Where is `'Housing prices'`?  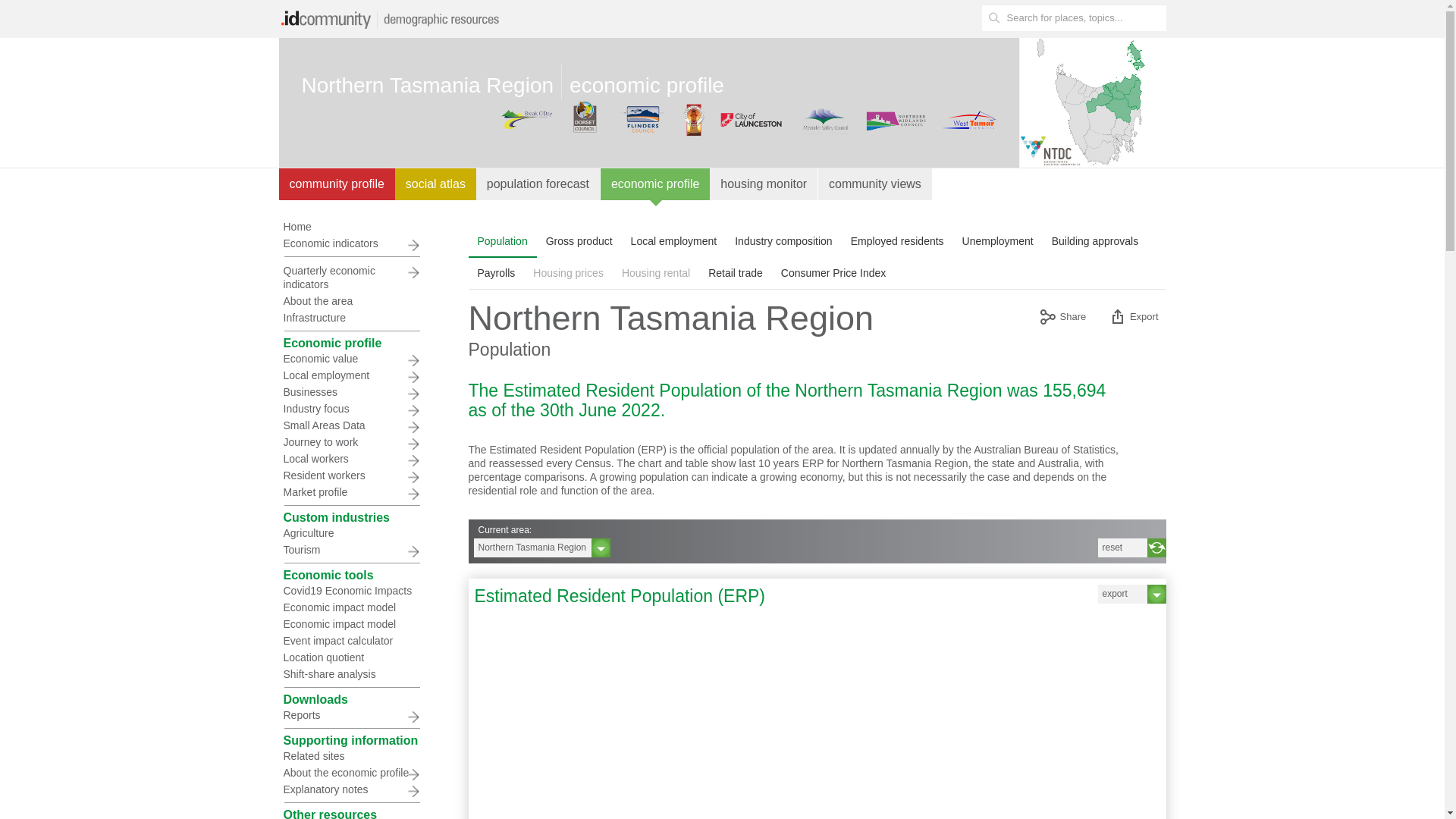 'Housing prices' is located at coordinates (524, 271).